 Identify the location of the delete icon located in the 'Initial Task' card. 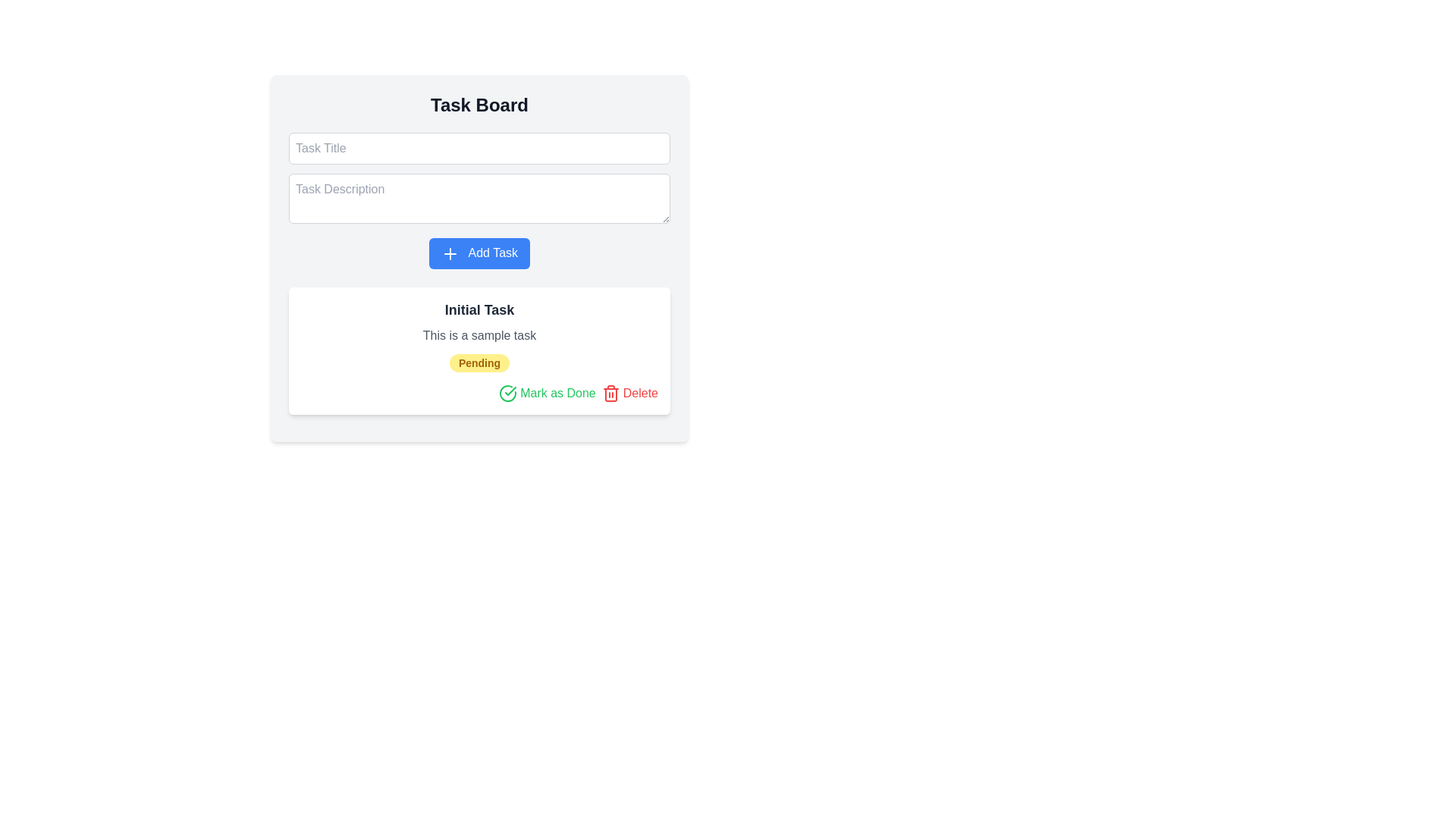
(610, 392).